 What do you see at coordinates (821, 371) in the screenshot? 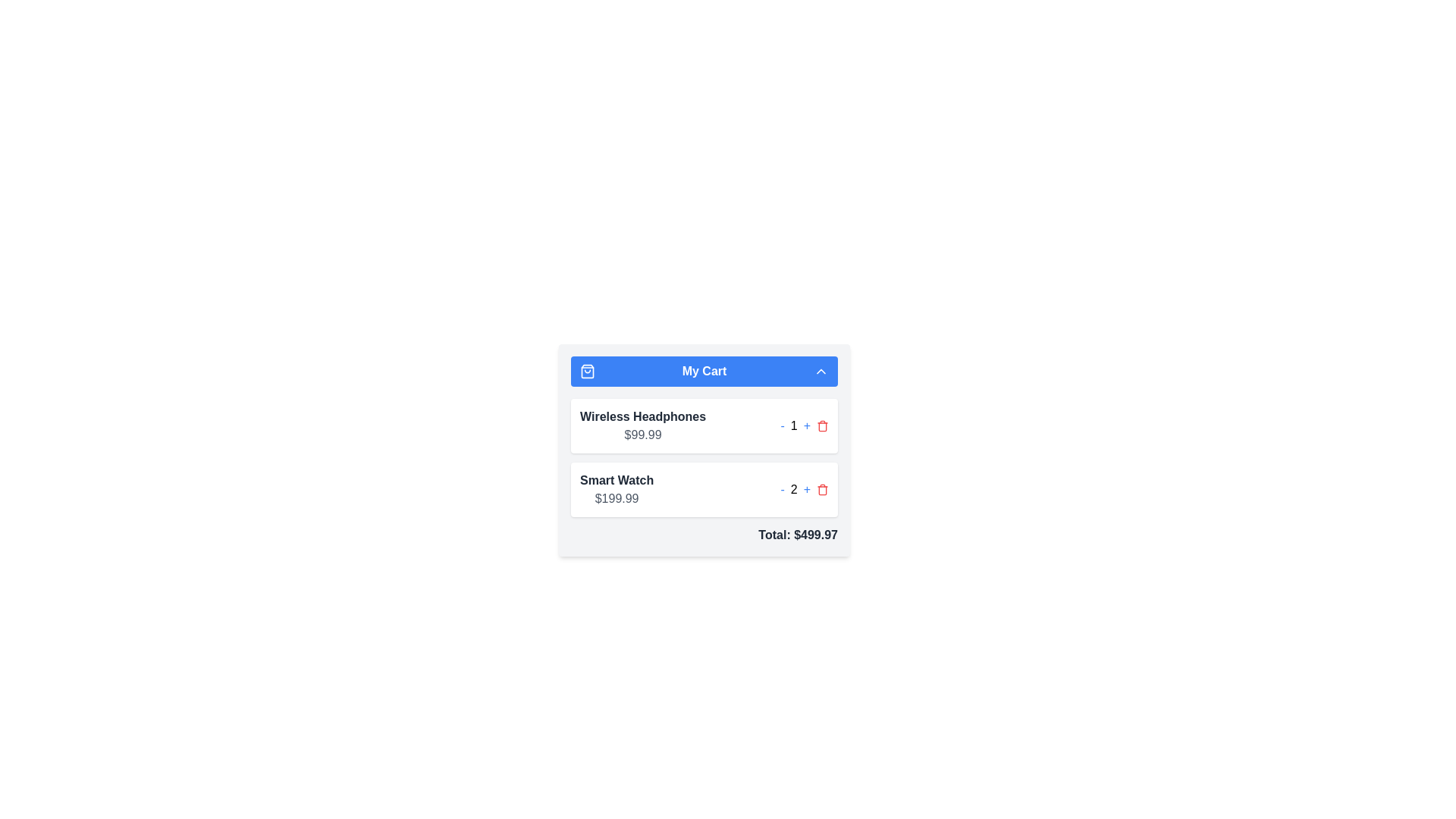
I see `the upward chevron icon button located on the far right side of the blue header bar in the 'My Cart' section` at bounding box center [821, 371].